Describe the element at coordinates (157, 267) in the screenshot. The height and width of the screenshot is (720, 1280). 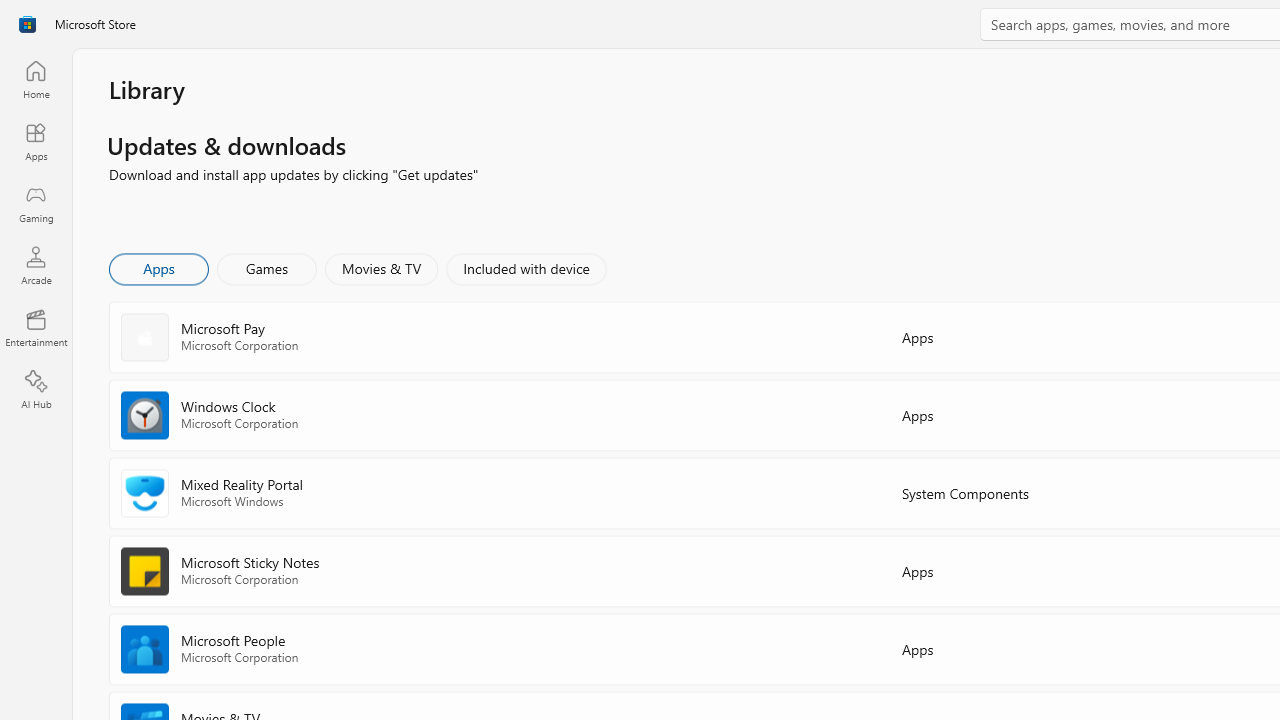
I see `'Apps'` at that location.